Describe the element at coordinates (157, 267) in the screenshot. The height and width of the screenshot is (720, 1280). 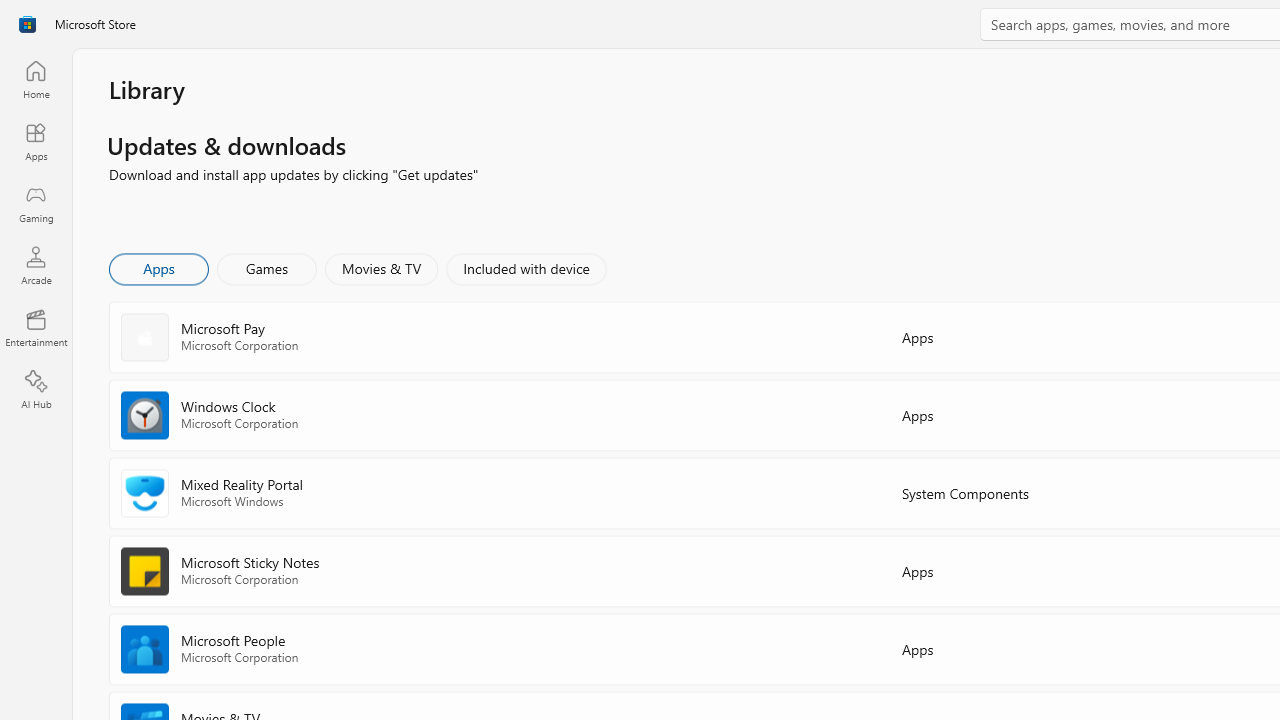
I see `'Apps'` at that location.